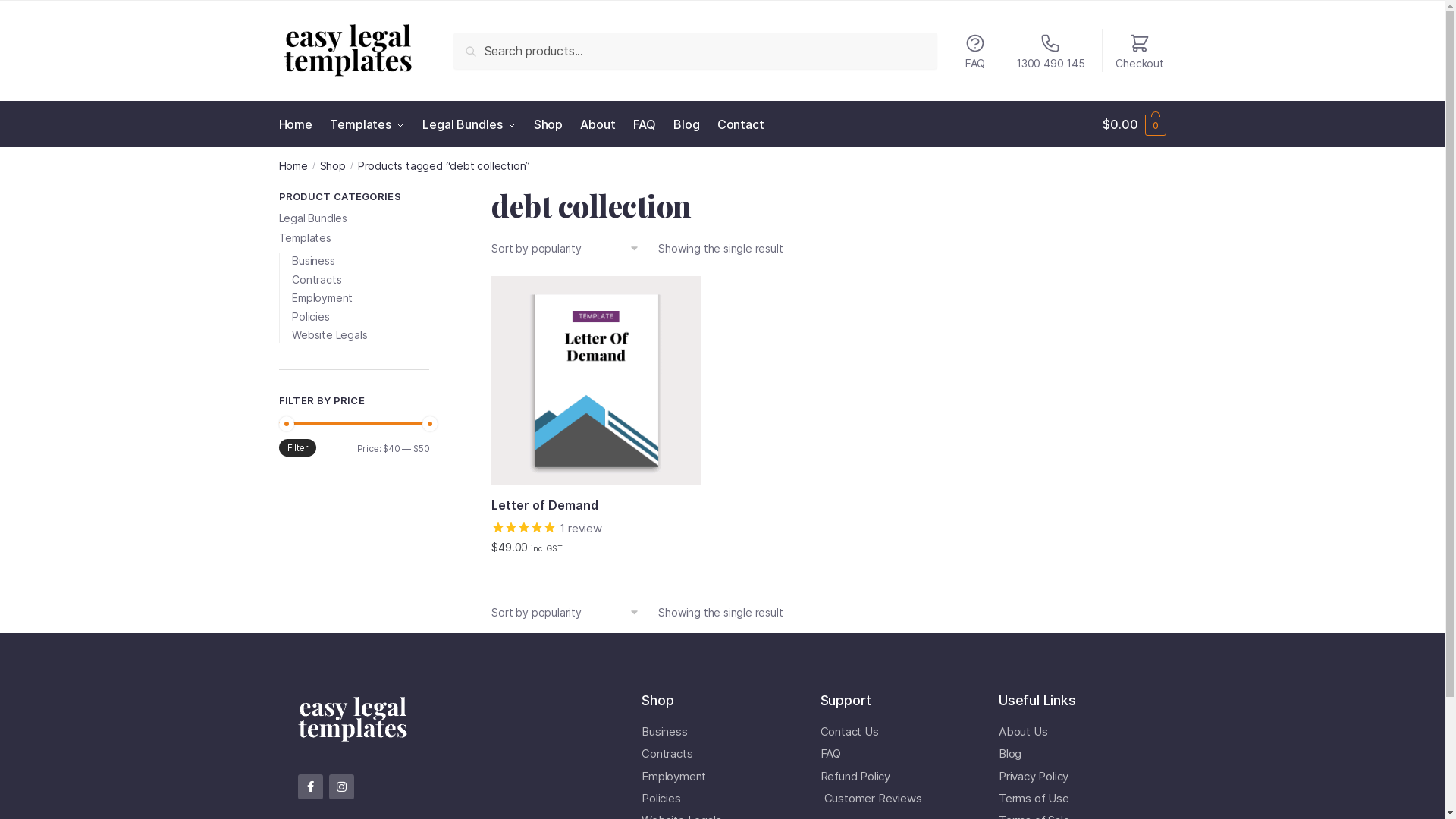 Image resolution: width=1456 pixels, height=819 pixels. What do you see at coordinates (1050, 49) in the screenshot?
I see `'1300 490 145'` at bounding box center [1050, 49].